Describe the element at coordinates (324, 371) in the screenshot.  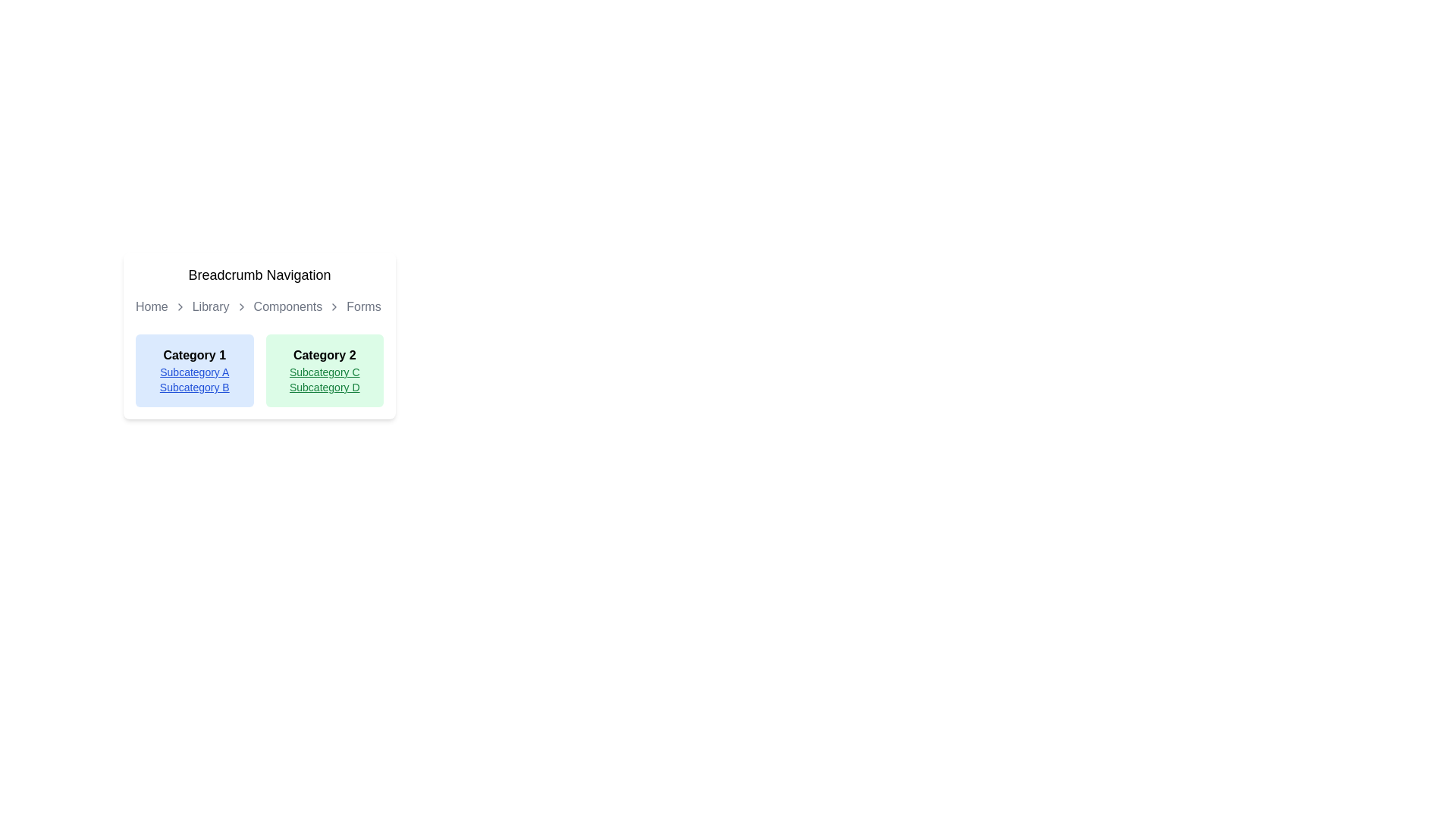
I see `the links in the category section located in the top-right cell of the grid layout, adjacent to 'Category 1'` at that location.